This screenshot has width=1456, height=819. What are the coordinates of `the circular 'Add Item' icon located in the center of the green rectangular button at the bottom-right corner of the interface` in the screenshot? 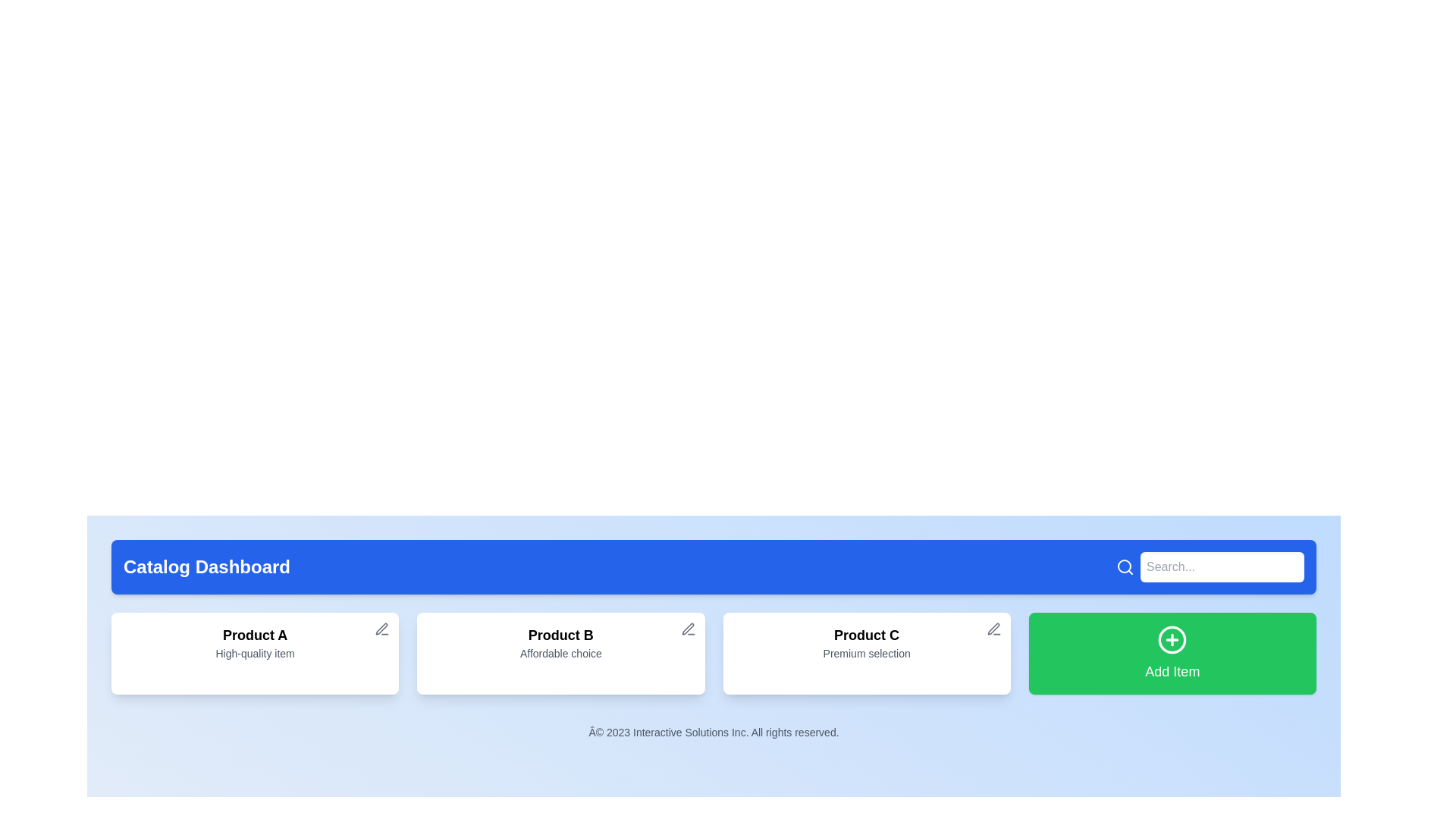 It's located at (1172, 640).